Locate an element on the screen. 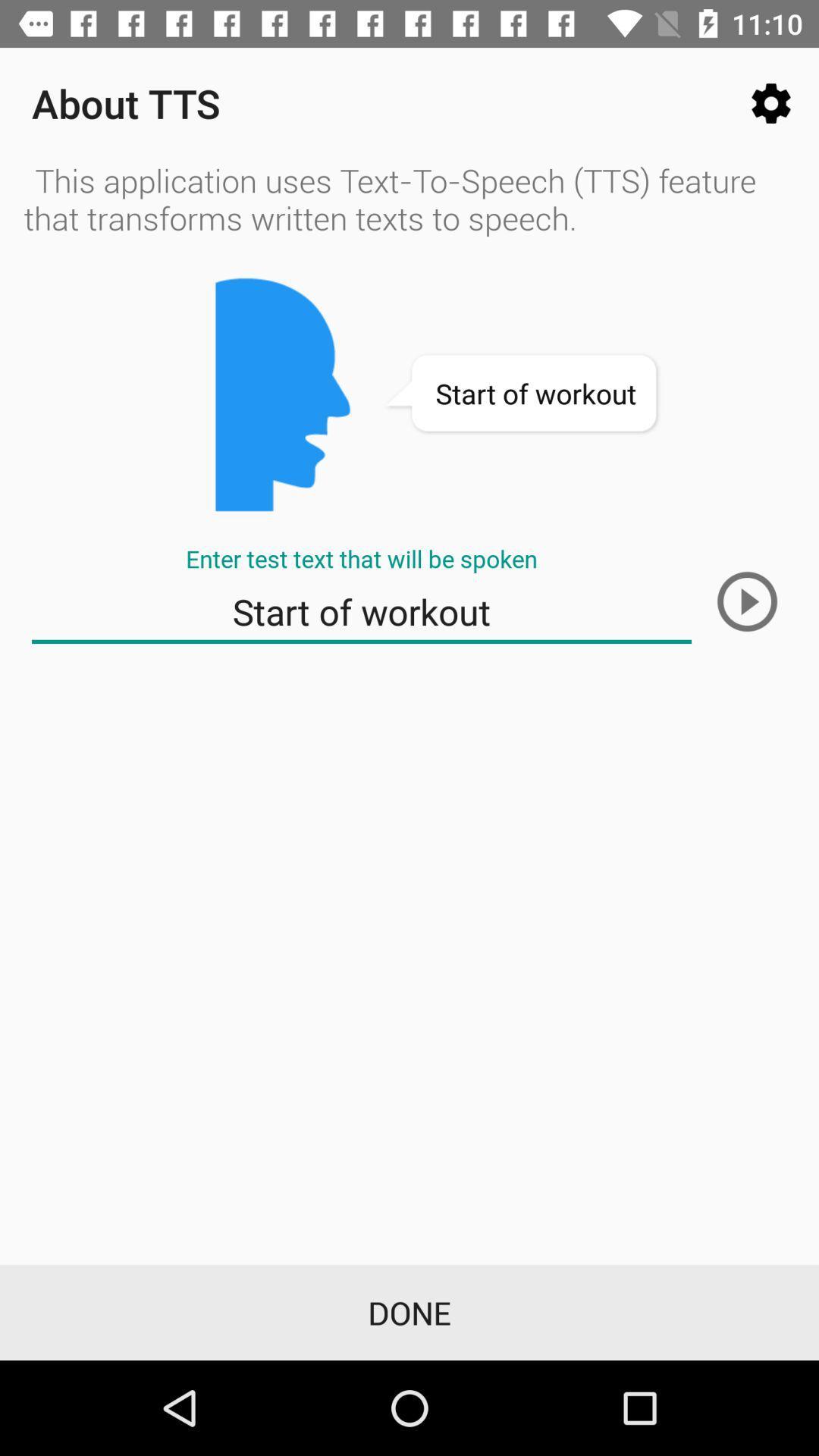  the play icon is located at coordinates (746, 601).